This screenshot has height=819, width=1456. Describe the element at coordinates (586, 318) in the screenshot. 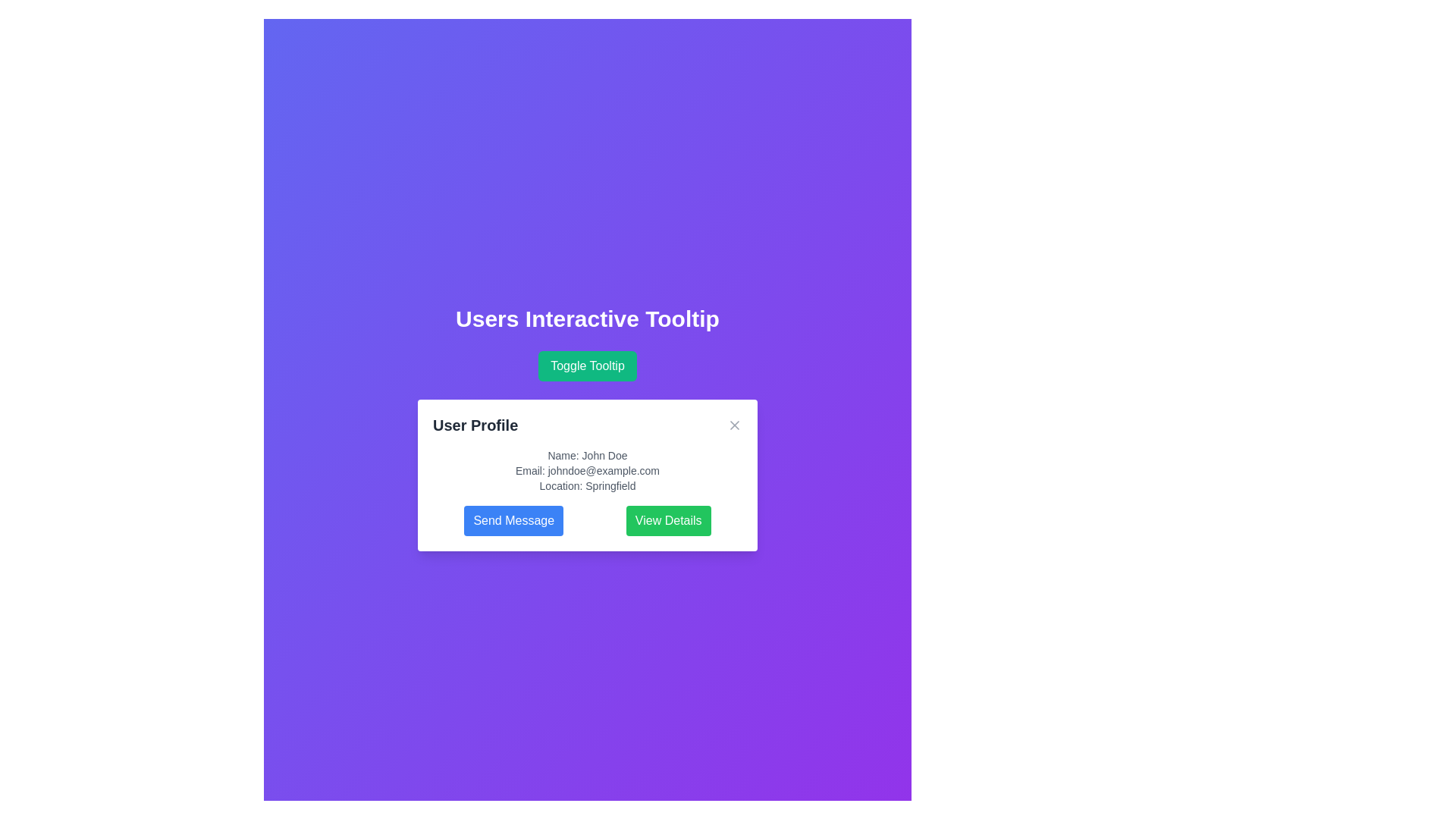

I see `the static Text heading at the top center of the layout, which introduces or labels the section of the interface` at that location.